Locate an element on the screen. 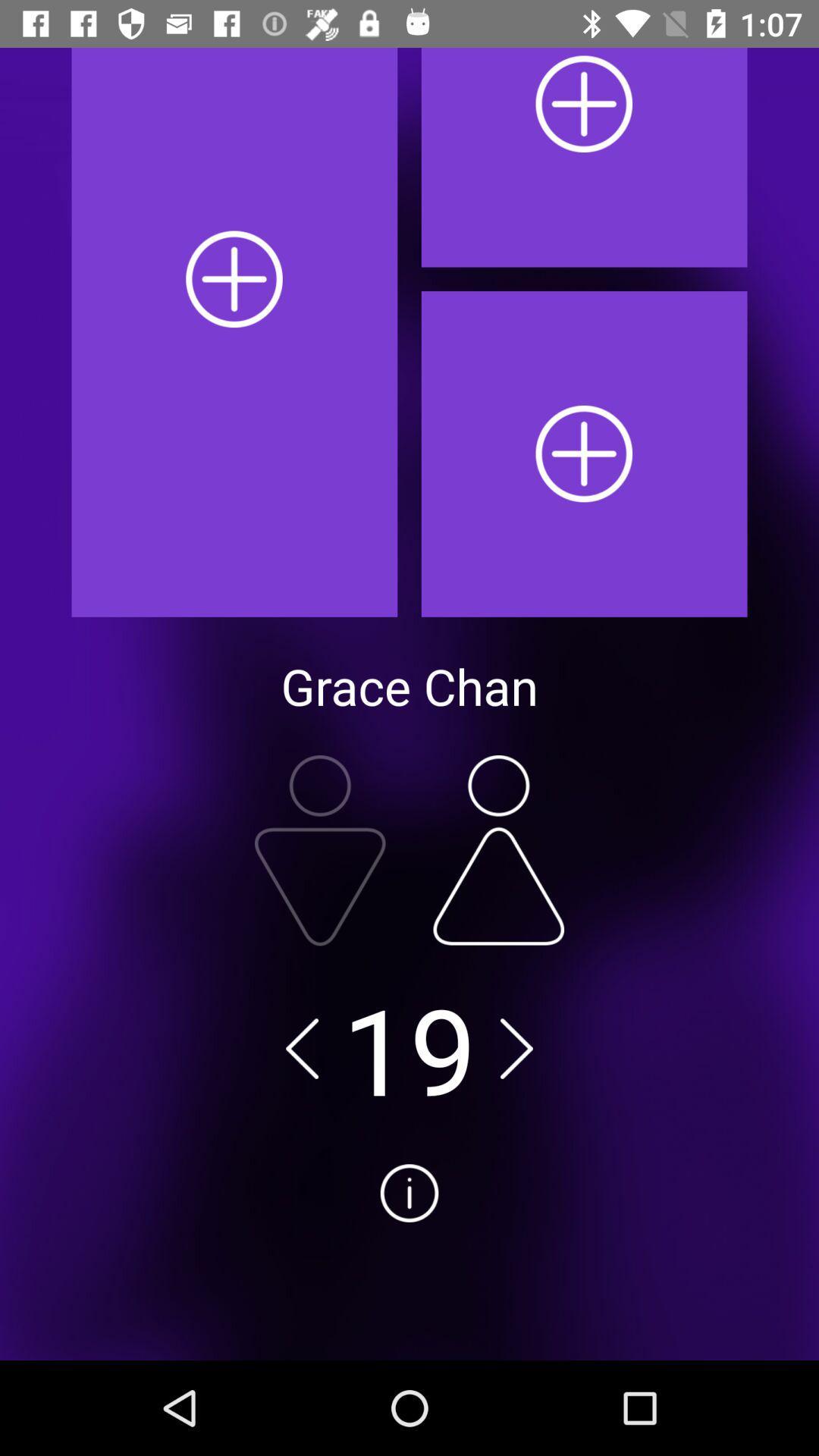  the arrow_backward icon is located at coordinates (302, 1047).